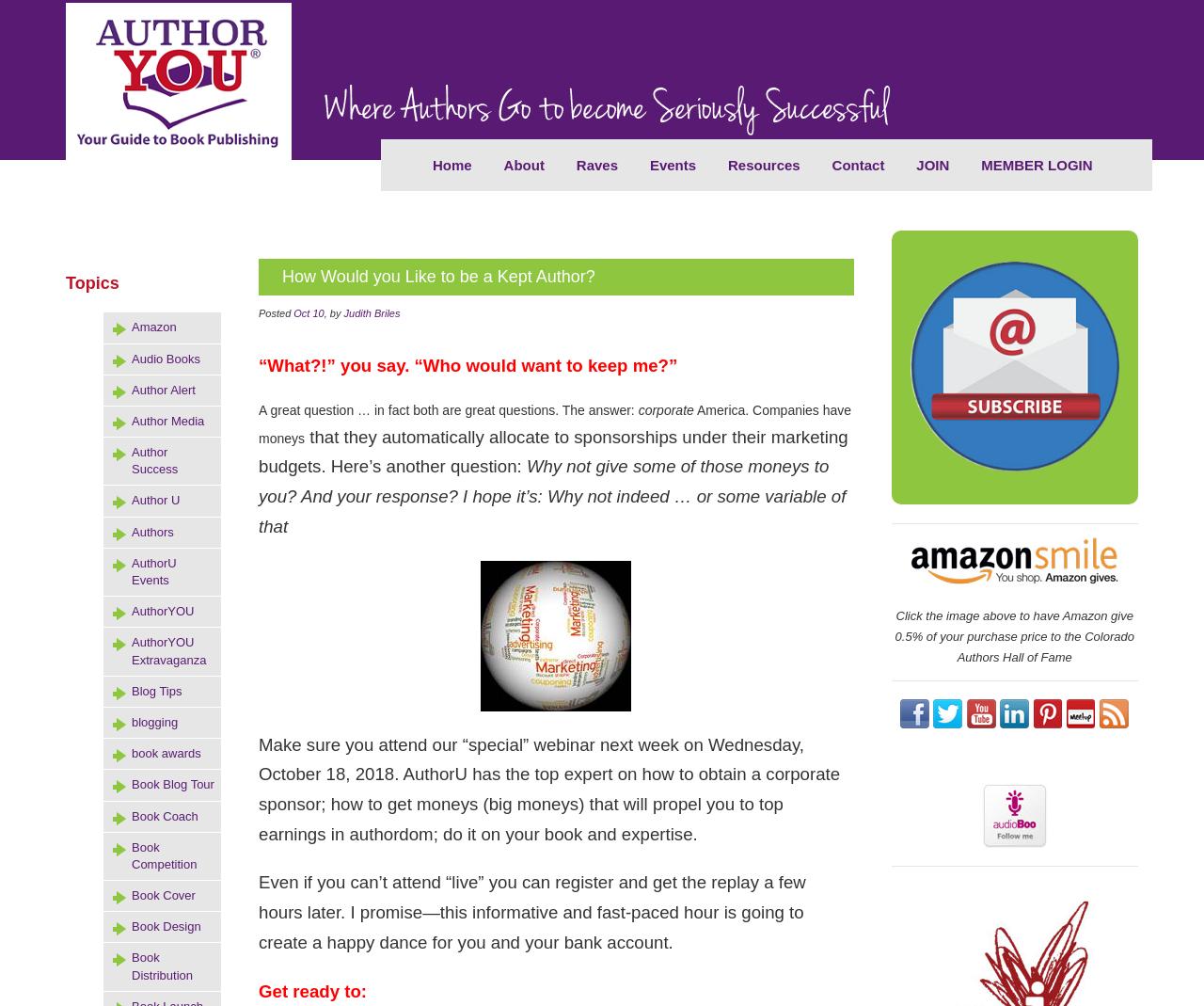 This screenshot has width=1204, height=1006. What do you see at coordinates (153, 327) in the screenshot?
I see `'Amazon'` at bounding box center [153, 327].